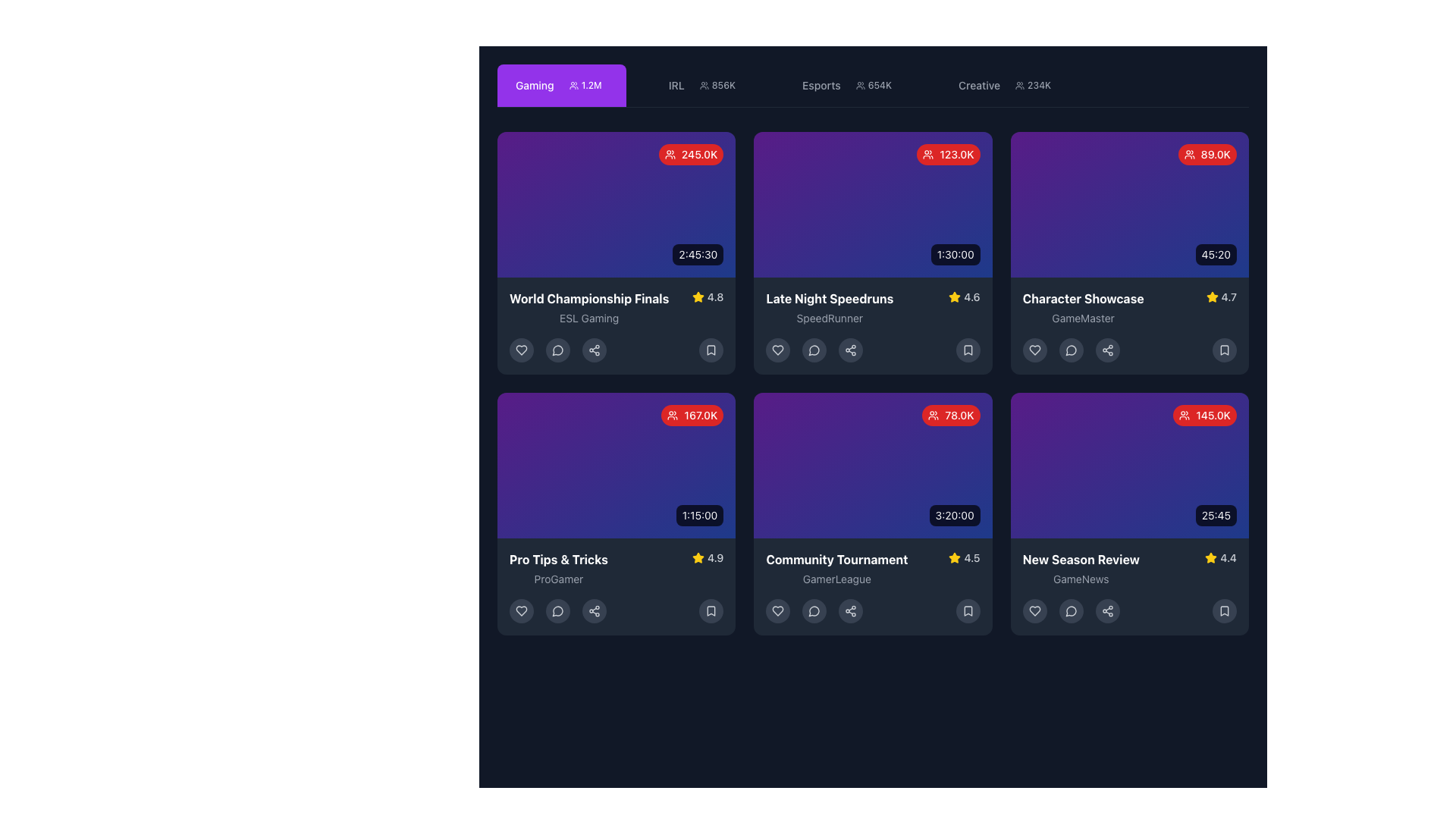 Image resolution: width=1456 pixels, height=819 pixels. What do you see at coordinates (873, 325) in the screenshot?
I see `the Content card summarizing streaming content, located in the first row and second column of the grid layout` at bounding box center [873, 325].